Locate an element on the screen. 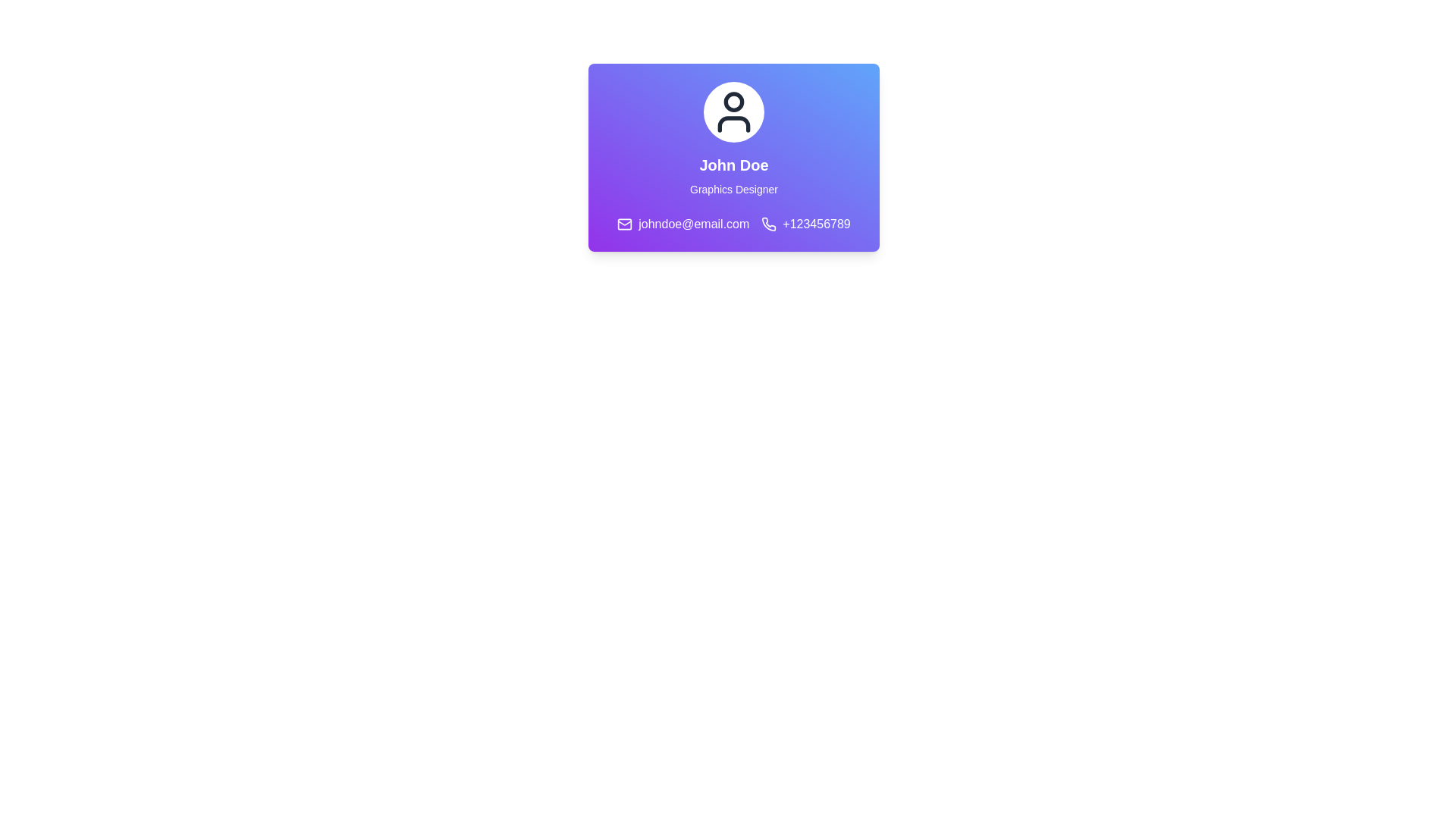 Image resolution: width=1456 pixels, height=819 pixels. the text label displaying the email 'johndoe@email.com' which is located in the middle section of the card UI, to the left of the phone number and its icon is located at coordinates (682, 224).